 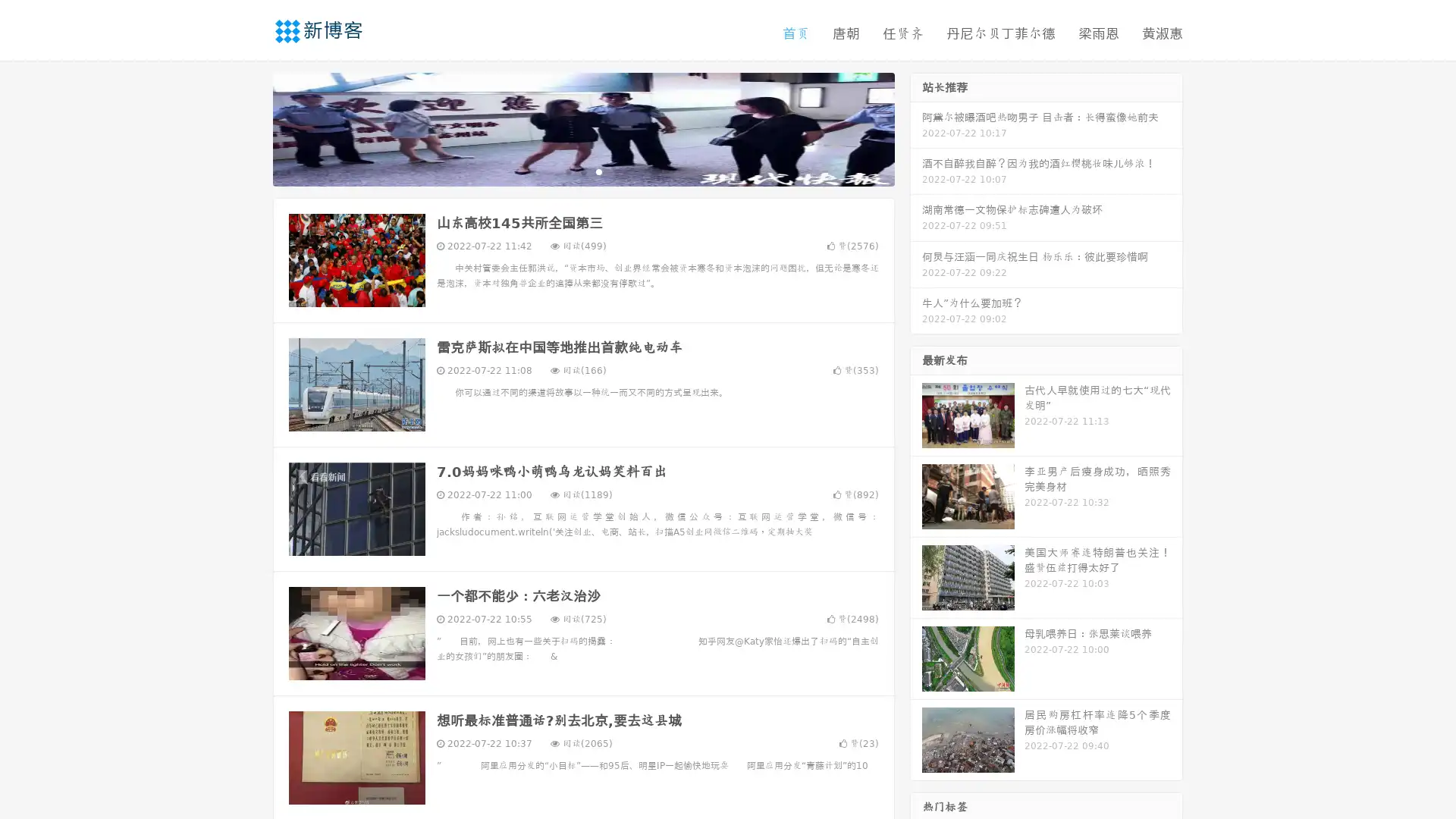 I want to click on Go to slide 2, so click(x=582, y=171).